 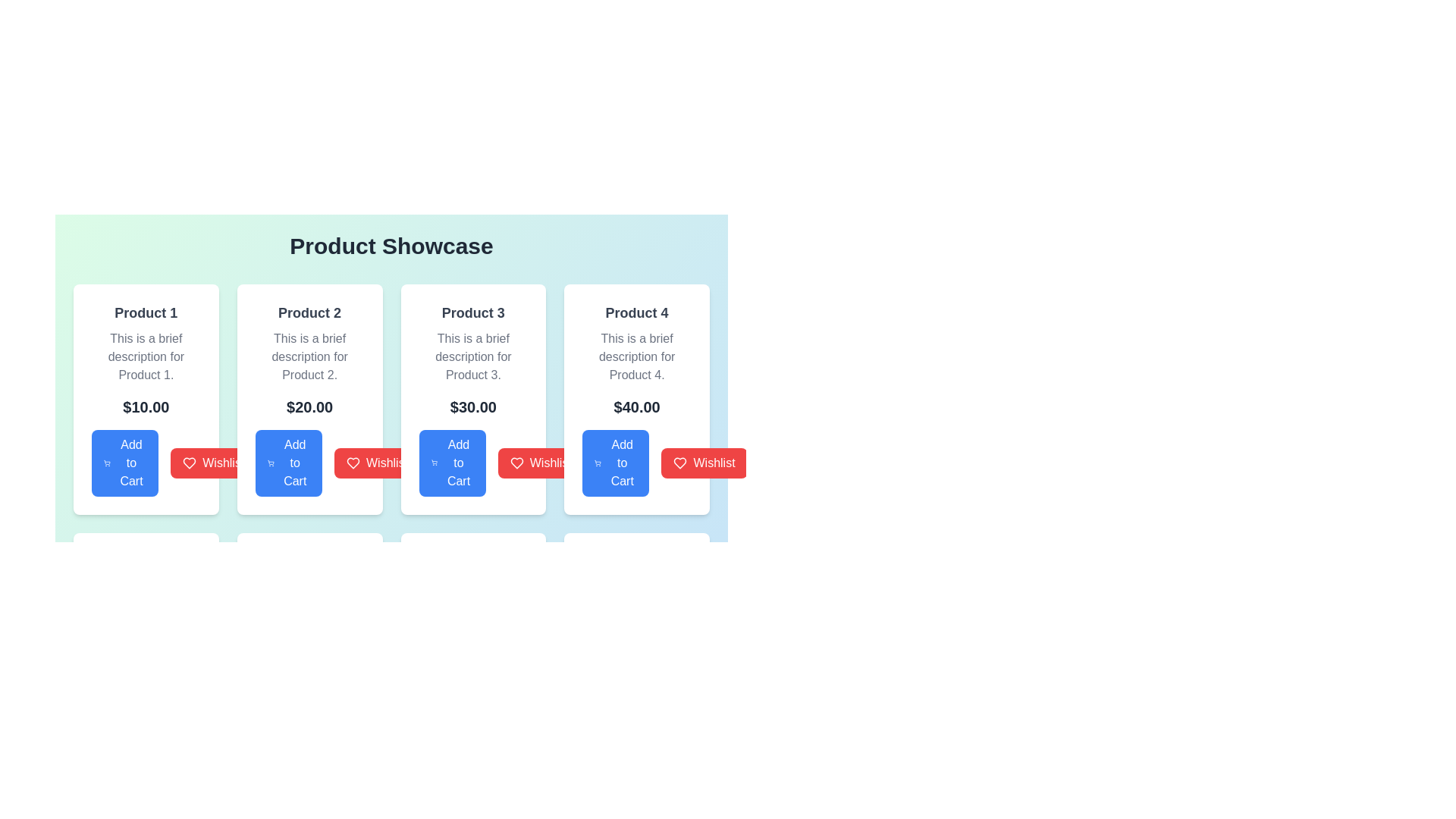 I want to click on the text label displaying 'Wishlist', which is part of a button component for Product 3, styled in white on a red background, so click(x=550, y=462).